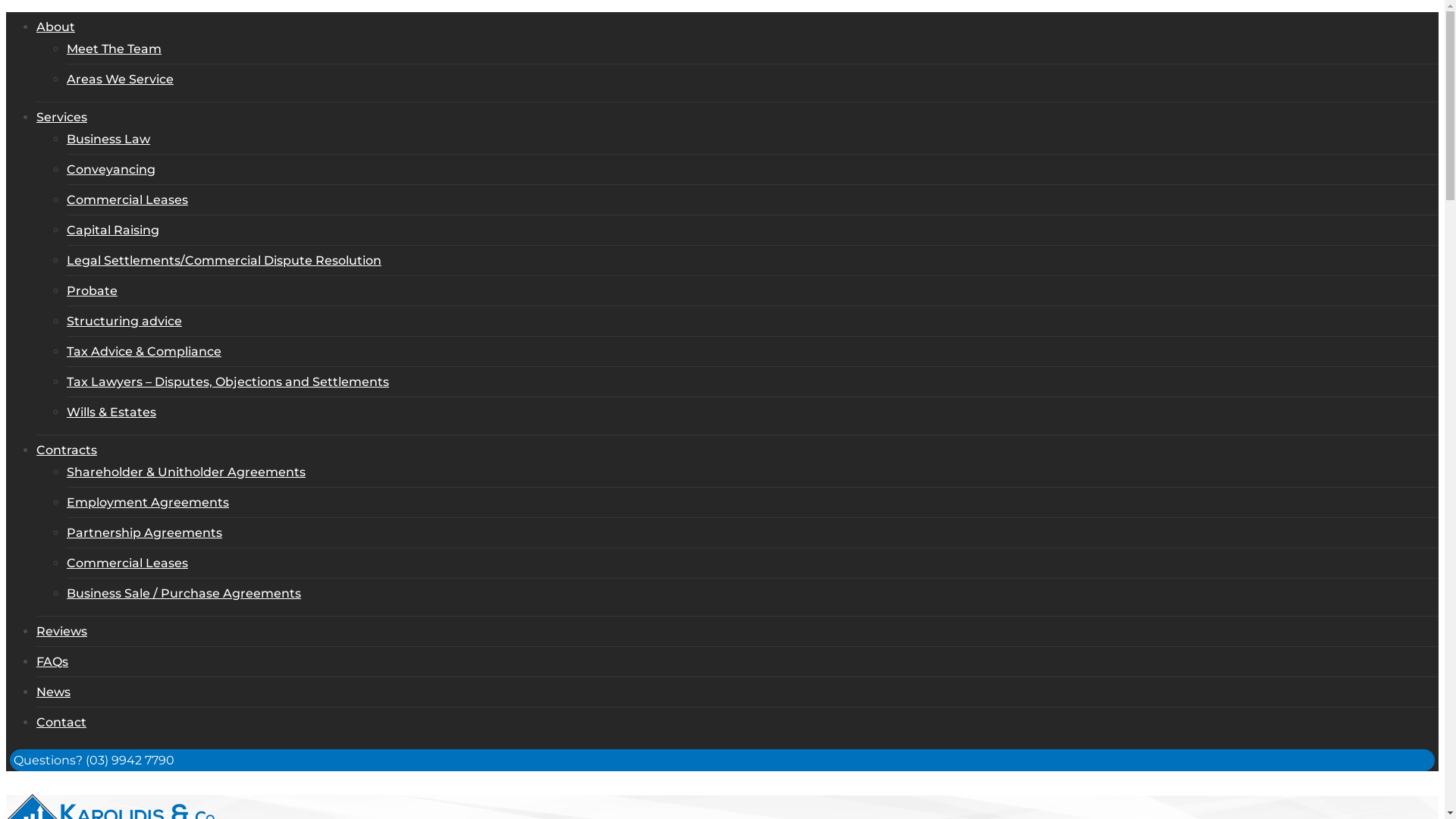 This screenshot has height=819, width=1456. What do you see at coordinates (53, 692) in the screenshot?
I see `'News'` at bounding box center [53, 692].